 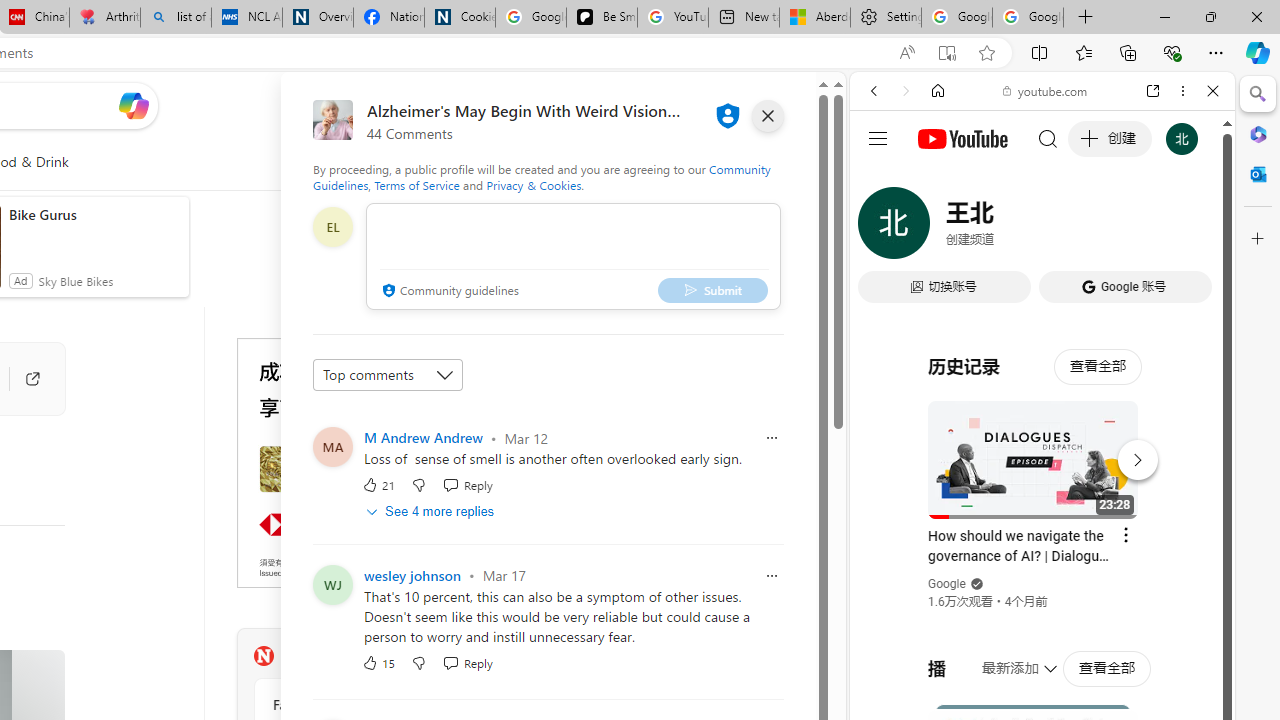 What do you see at coordinates (1257, 238) in the screenshot?
I see `'Close Customize pane'` at bounding box center [1257, 238].